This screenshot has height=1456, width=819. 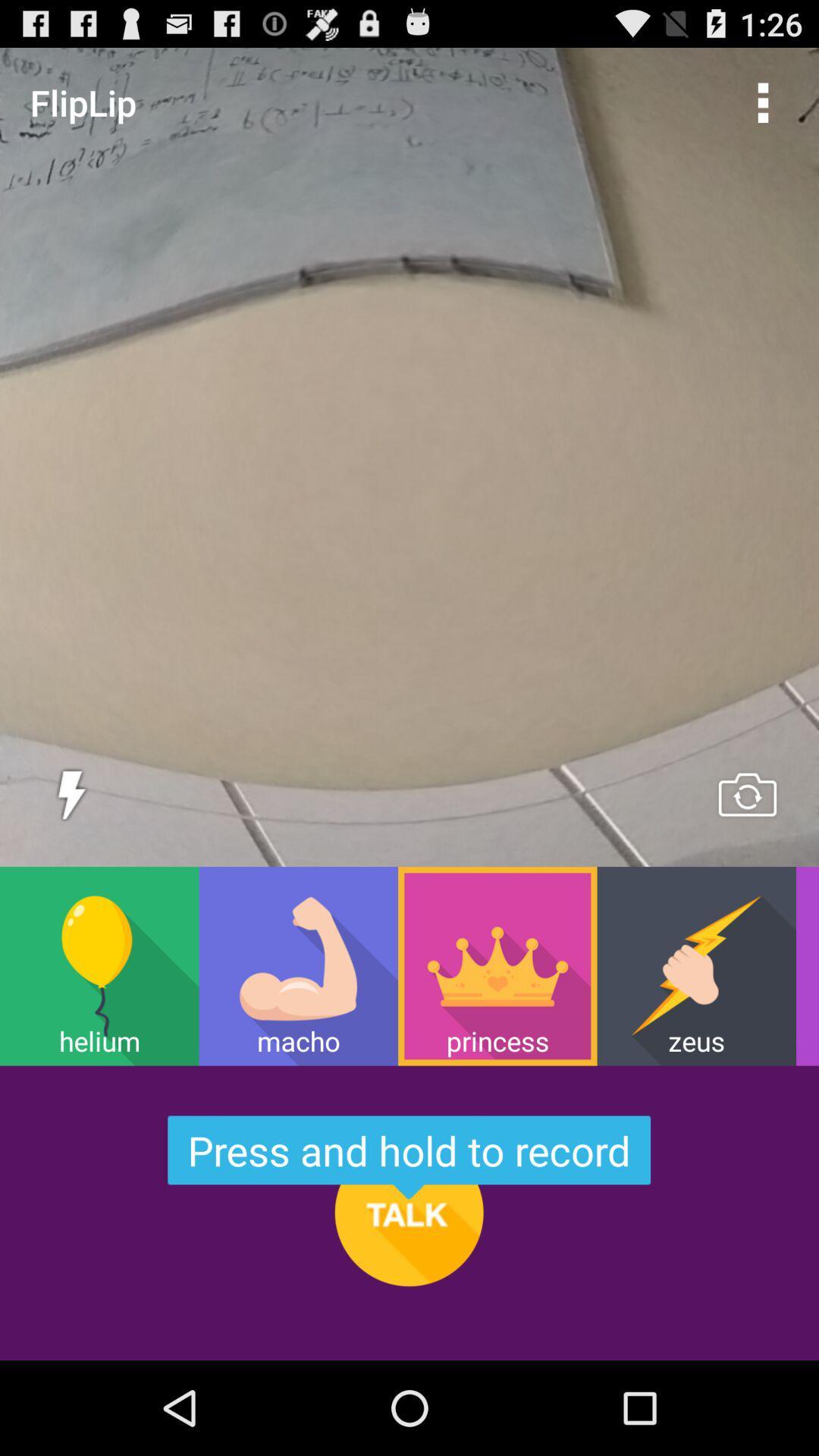 I want to click on the icon to the right of the macho item, so click(x=497, y=965).